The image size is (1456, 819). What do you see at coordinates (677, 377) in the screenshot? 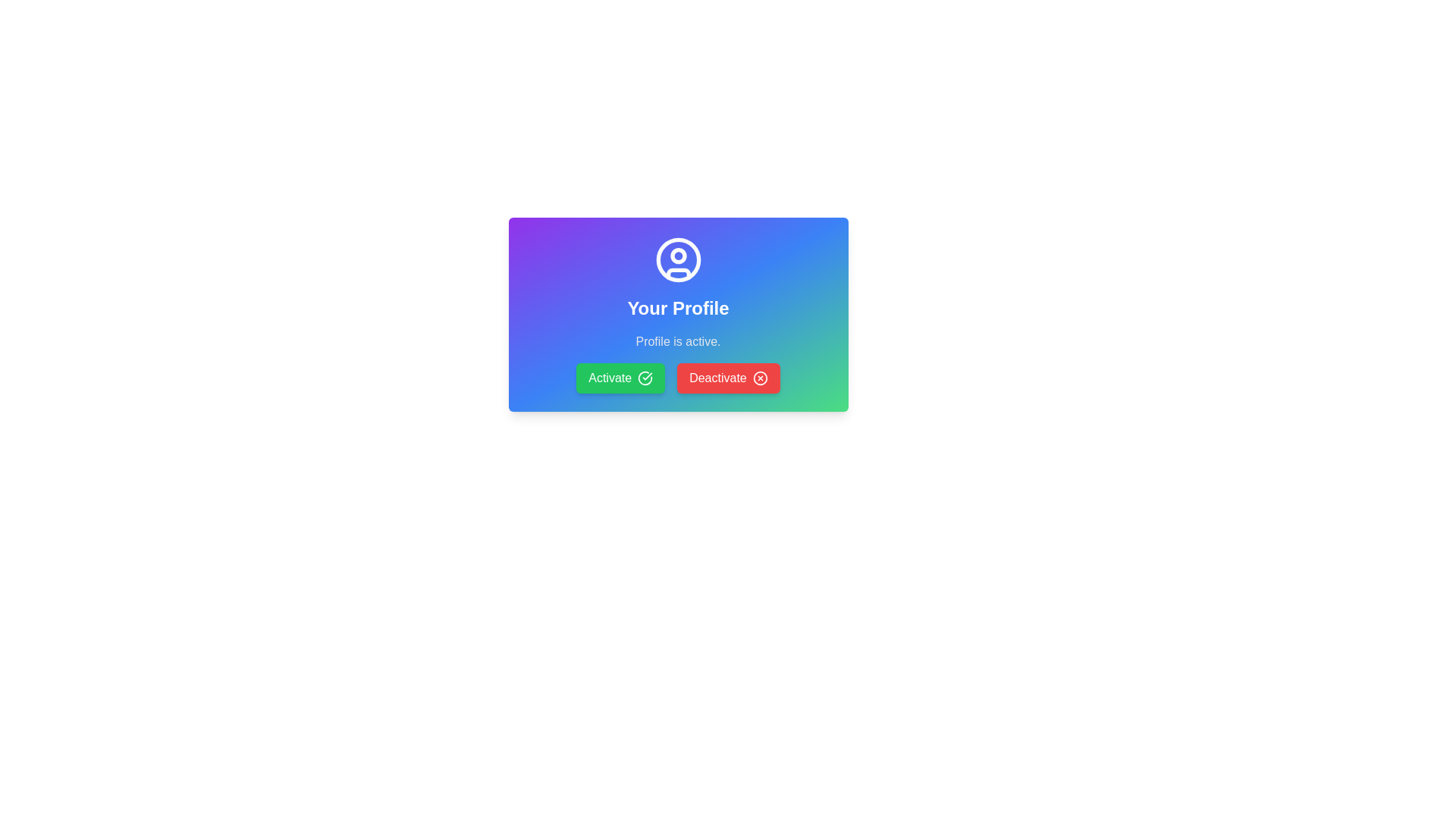
I see `the green 'Activate' button and the red 'Deactivate' button in the grouped UI component` at bounding box center [677, 377].